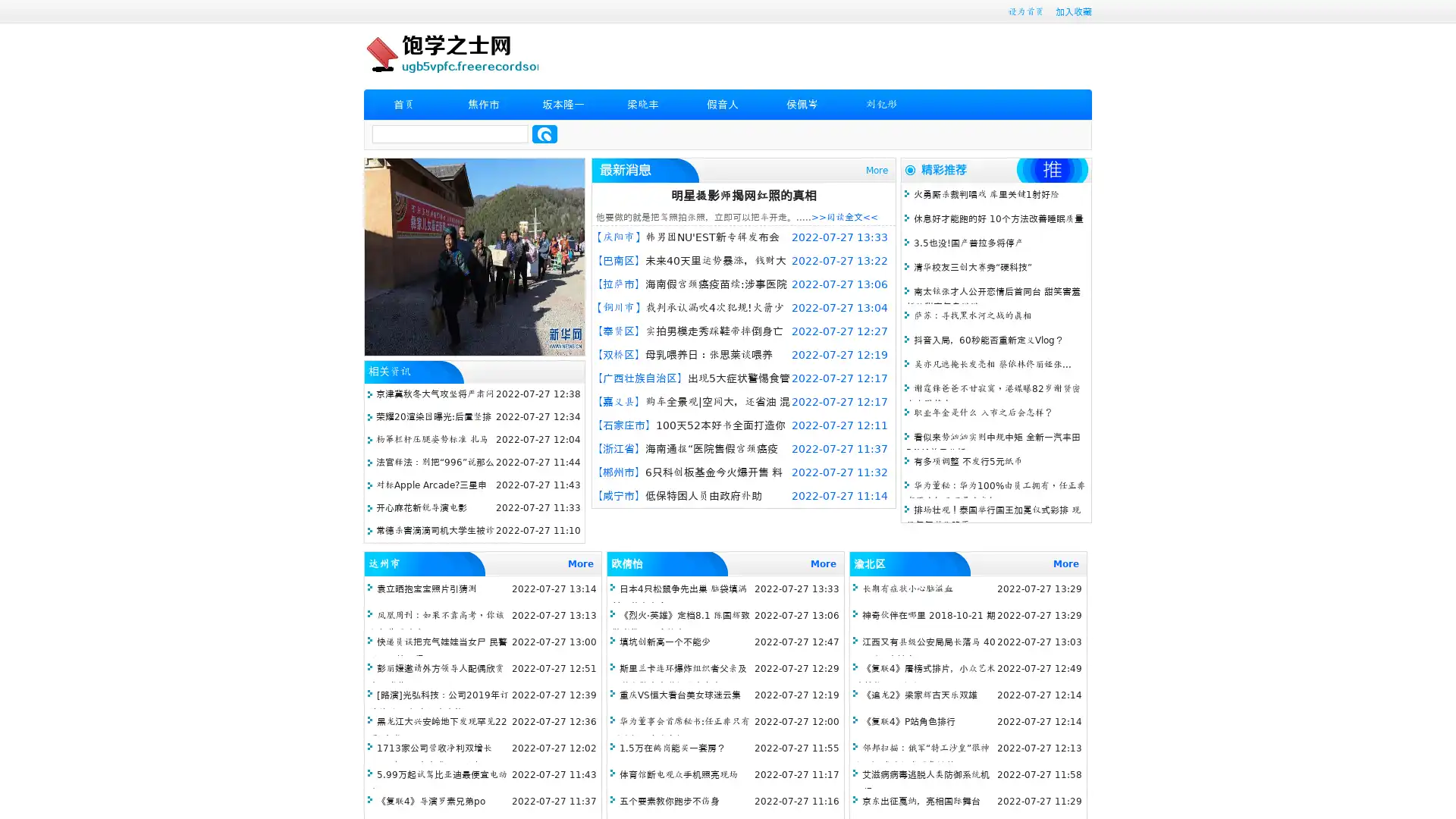 The height and width of the screenshot is (819, 1456). Describe the element at coordinates (544, 133) in the screenshot. I see `Search` at that location.